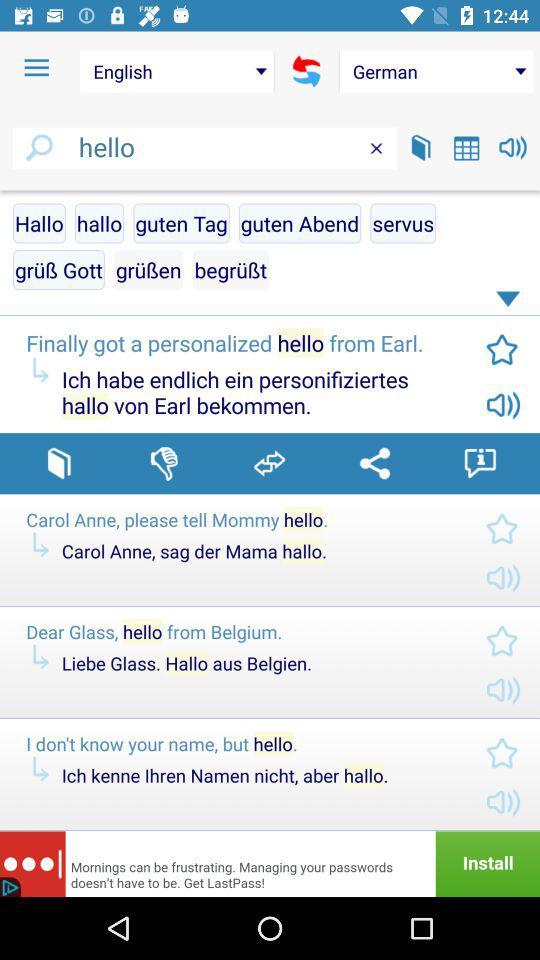 The height and width of the screenshot is (960, 540). I want to click on switch sound option, so click(513, 146).